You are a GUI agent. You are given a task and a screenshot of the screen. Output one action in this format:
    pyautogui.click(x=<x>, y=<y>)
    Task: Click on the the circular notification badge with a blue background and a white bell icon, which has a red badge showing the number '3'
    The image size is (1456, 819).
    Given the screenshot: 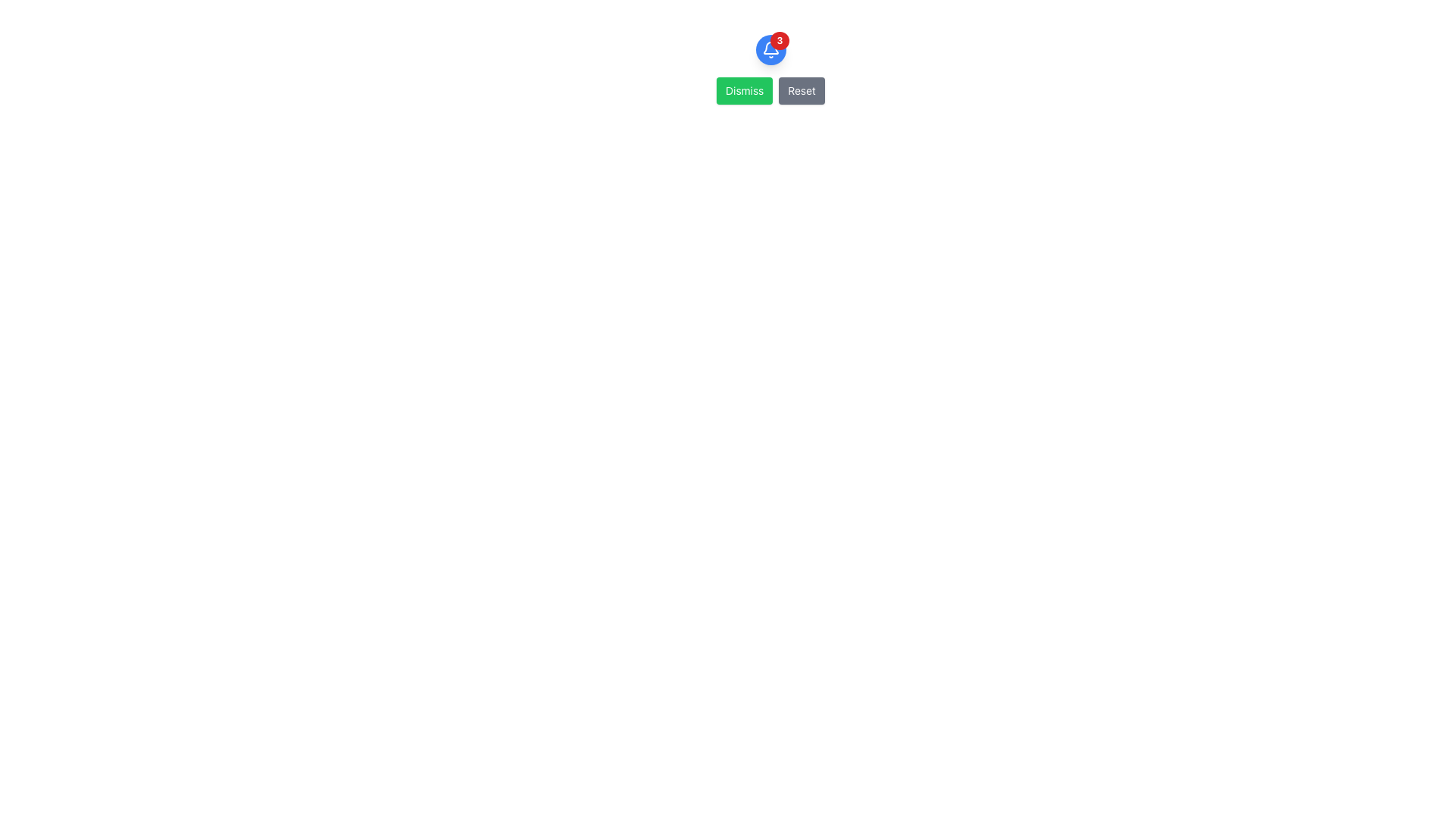 What is the action you would take?
    pyautogui.click(x=770, y=49)
    